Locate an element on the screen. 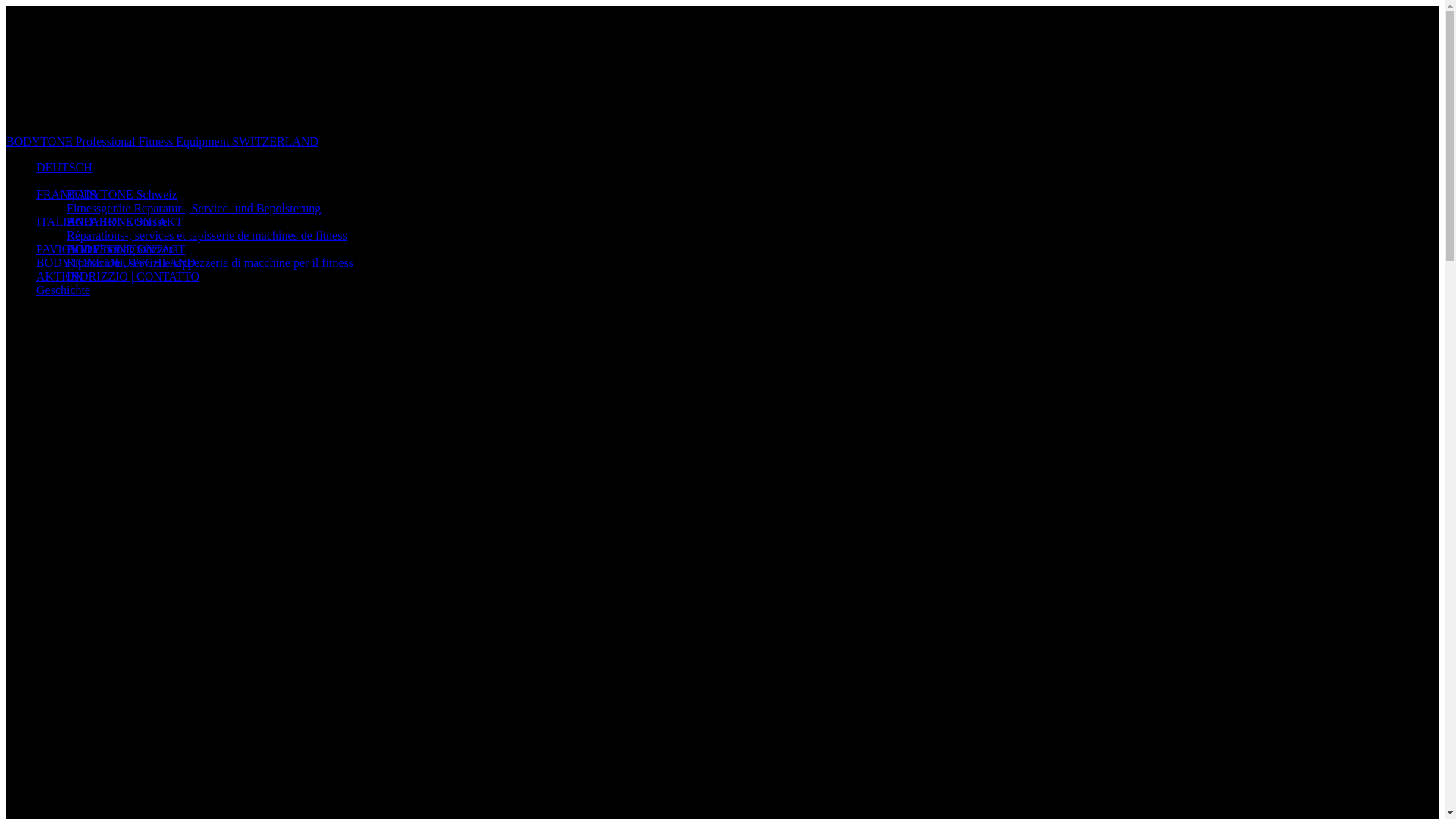 The image size is (1456, 819). 'BODYTONE Suisse' is located at coordinates (65, 221).